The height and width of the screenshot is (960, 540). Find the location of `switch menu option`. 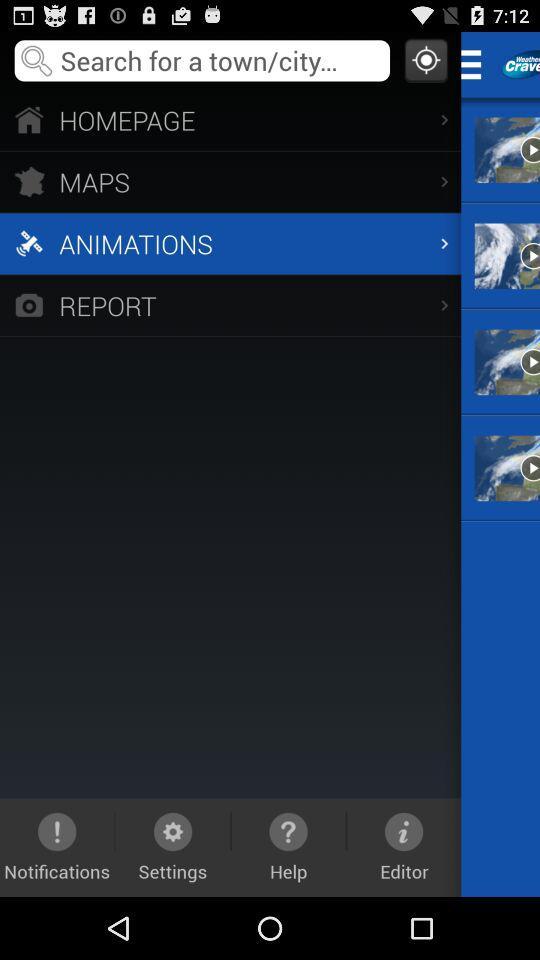

switch menu option is located at coordinates (476, 64).